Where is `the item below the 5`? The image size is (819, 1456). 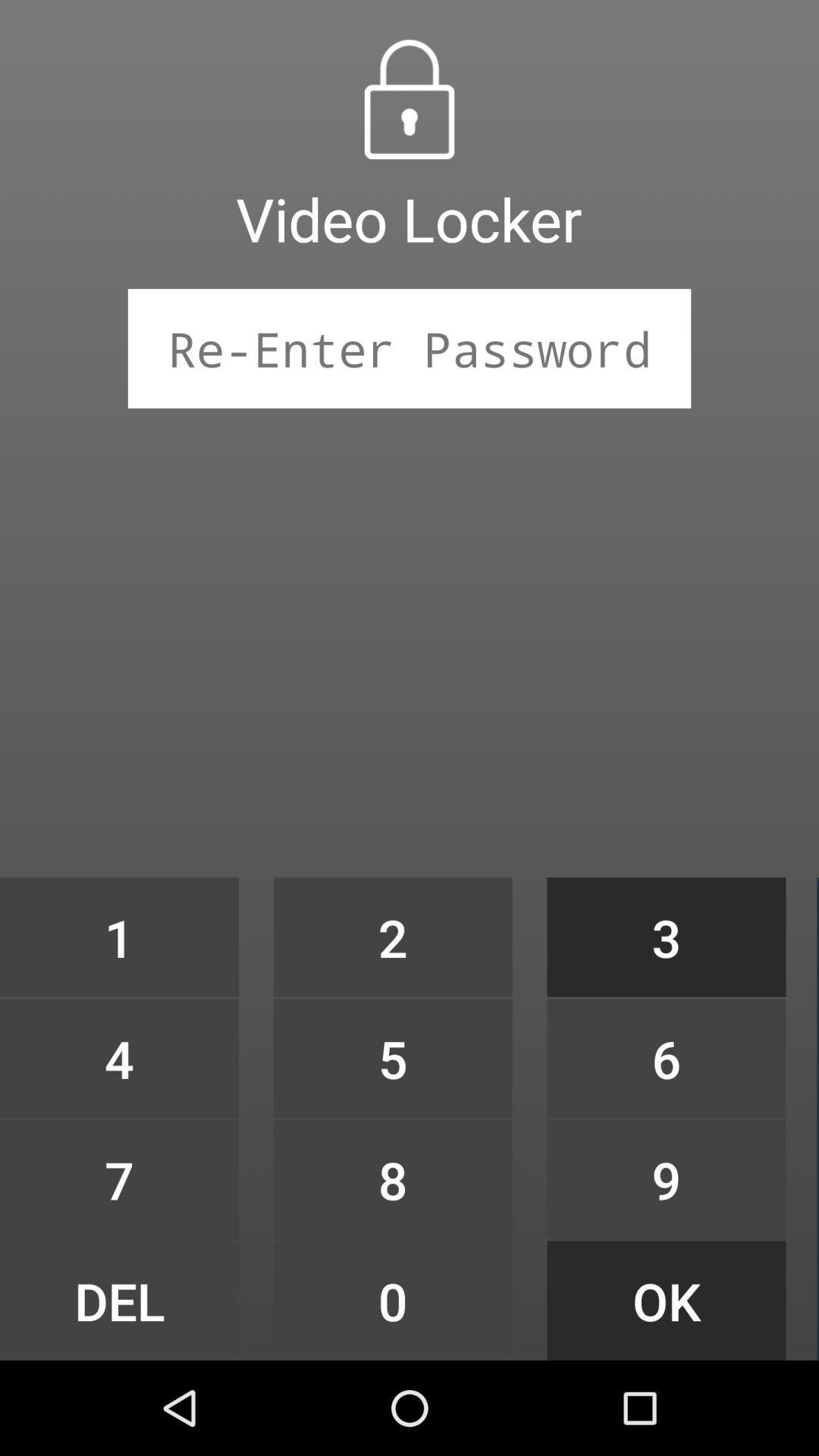 the item below the 5 is located at coordinates (392, 1178).